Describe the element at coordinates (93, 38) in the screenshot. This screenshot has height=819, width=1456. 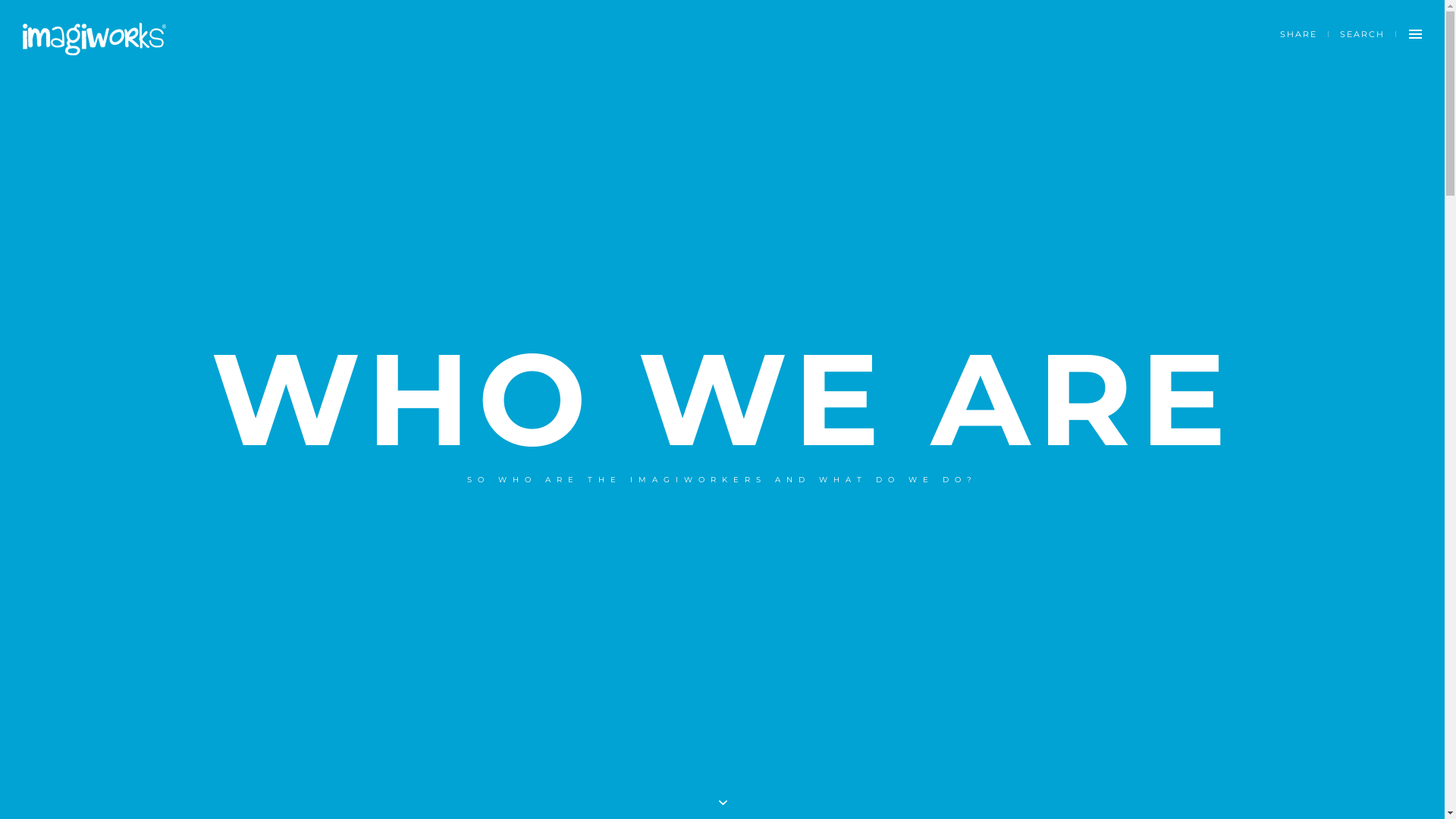
I see `'ImagiWorks'` at that location.